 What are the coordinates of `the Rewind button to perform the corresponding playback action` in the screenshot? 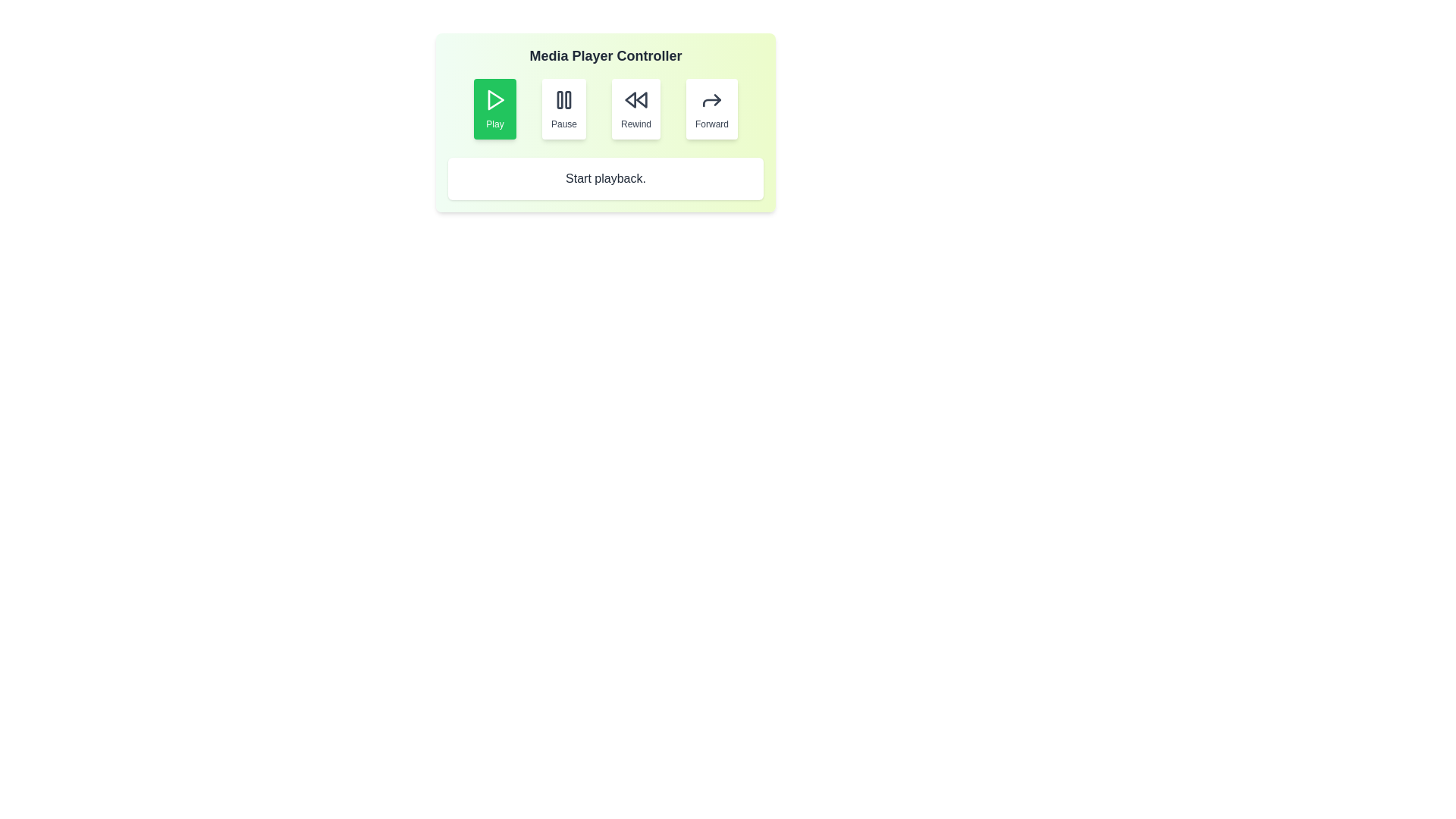 It's located at (636, 108).